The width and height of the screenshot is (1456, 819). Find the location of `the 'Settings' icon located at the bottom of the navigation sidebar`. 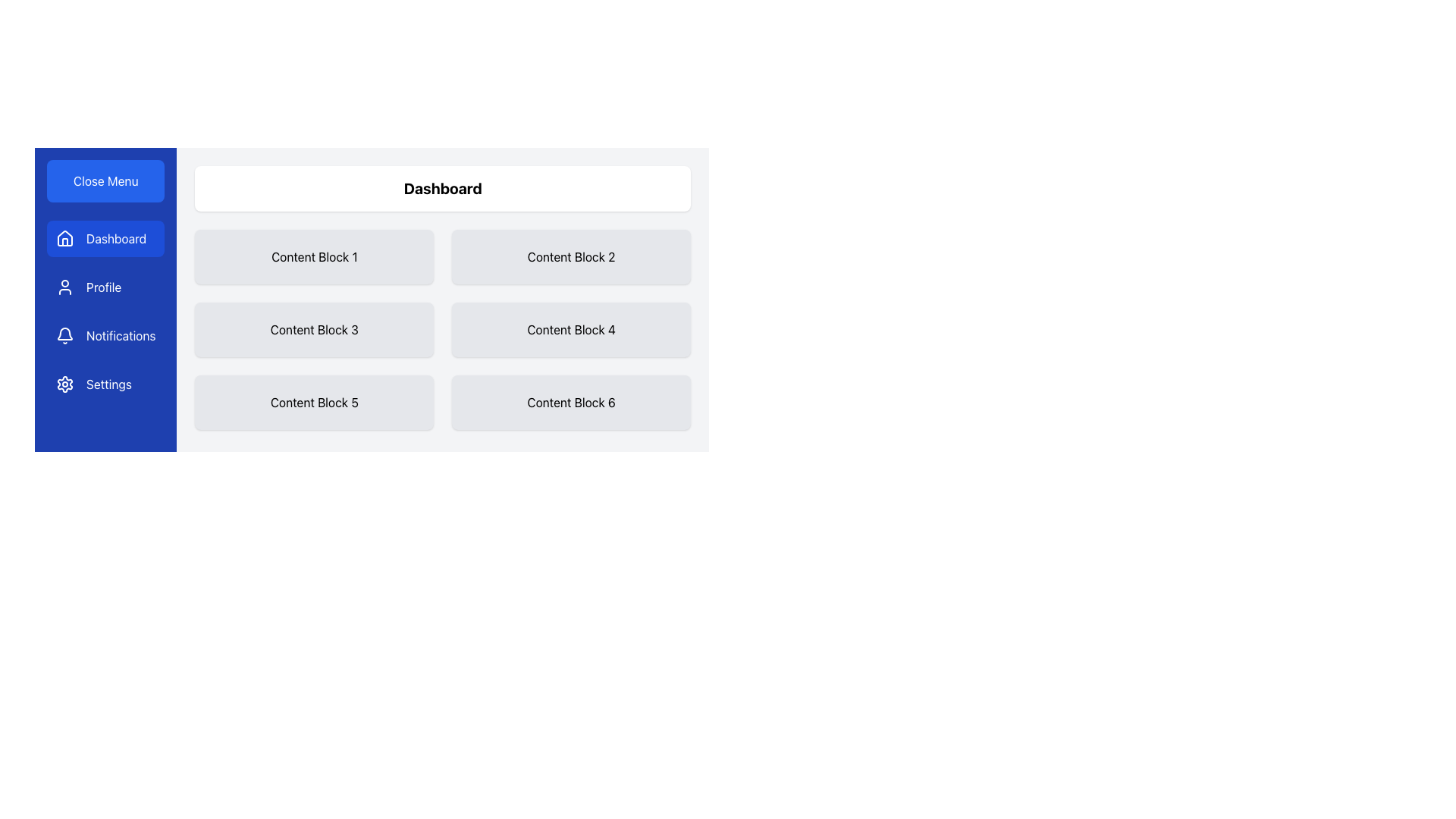

the 'Settings' icon located at the bottom of the navigation sidebar is located at coordinates (64, 383).